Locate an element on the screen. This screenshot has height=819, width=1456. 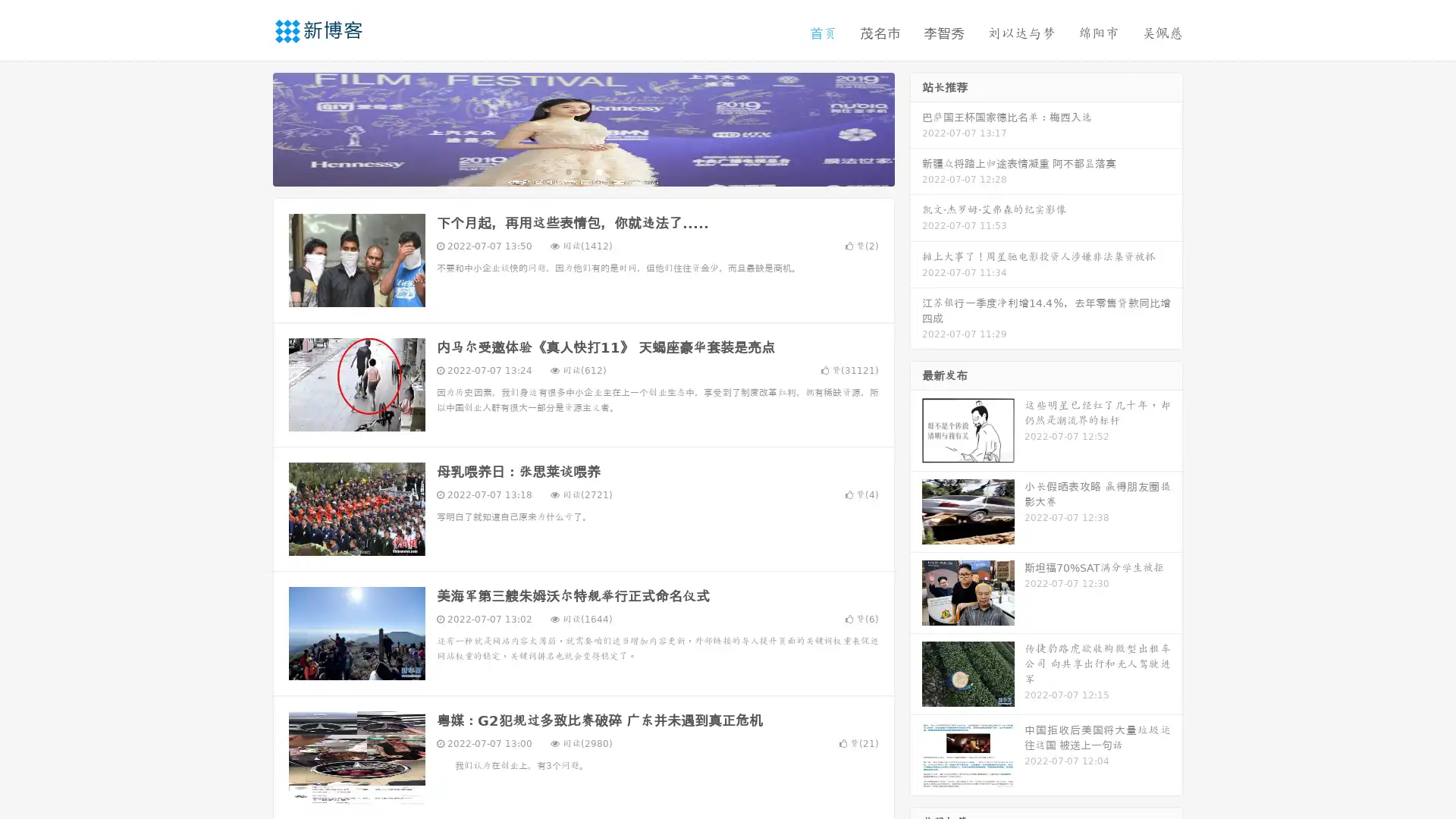
Previous slide is located at coordinates (250, 127).